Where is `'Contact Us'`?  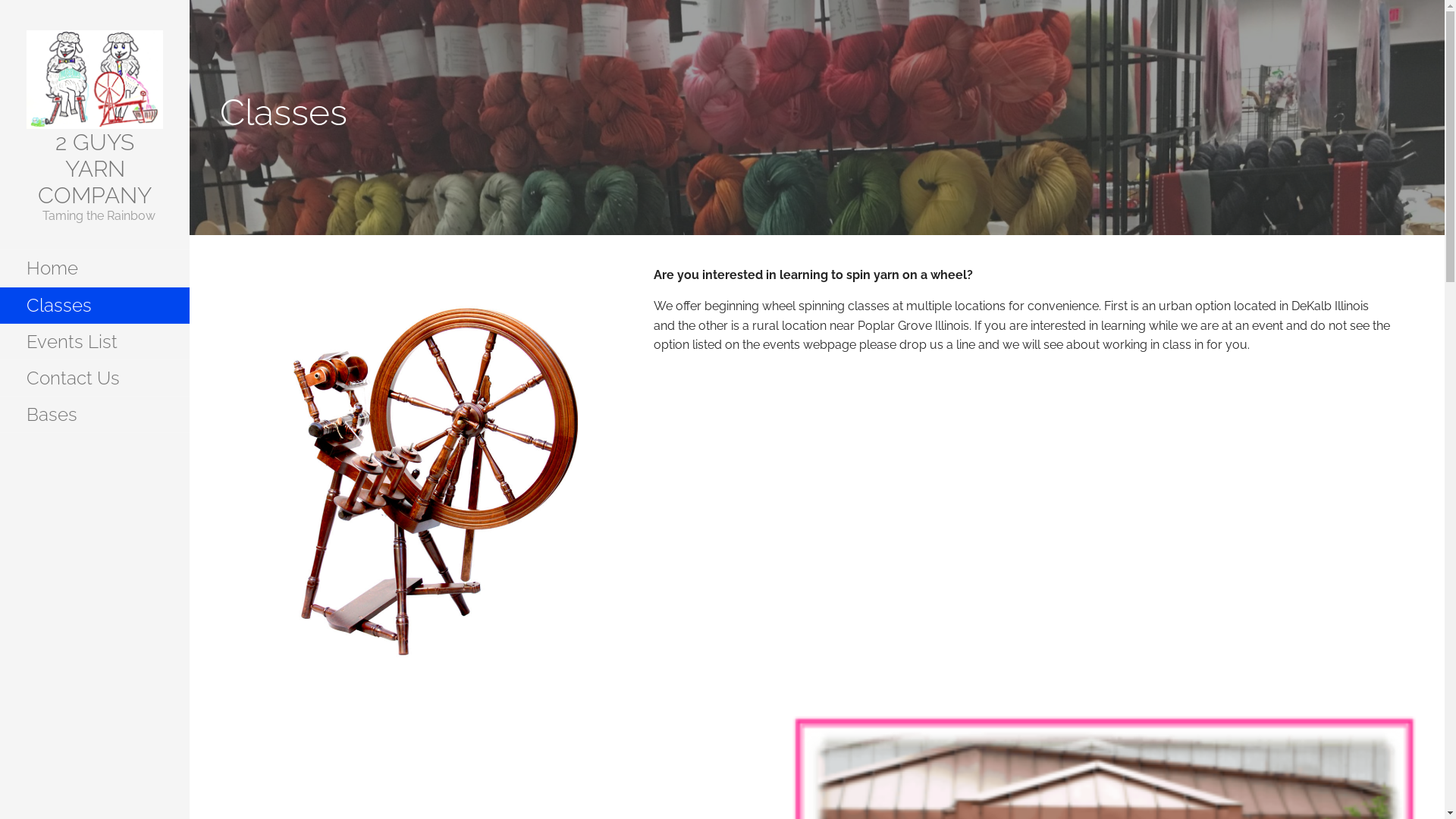 'Contact Us' is located at coordinates (93, 377).